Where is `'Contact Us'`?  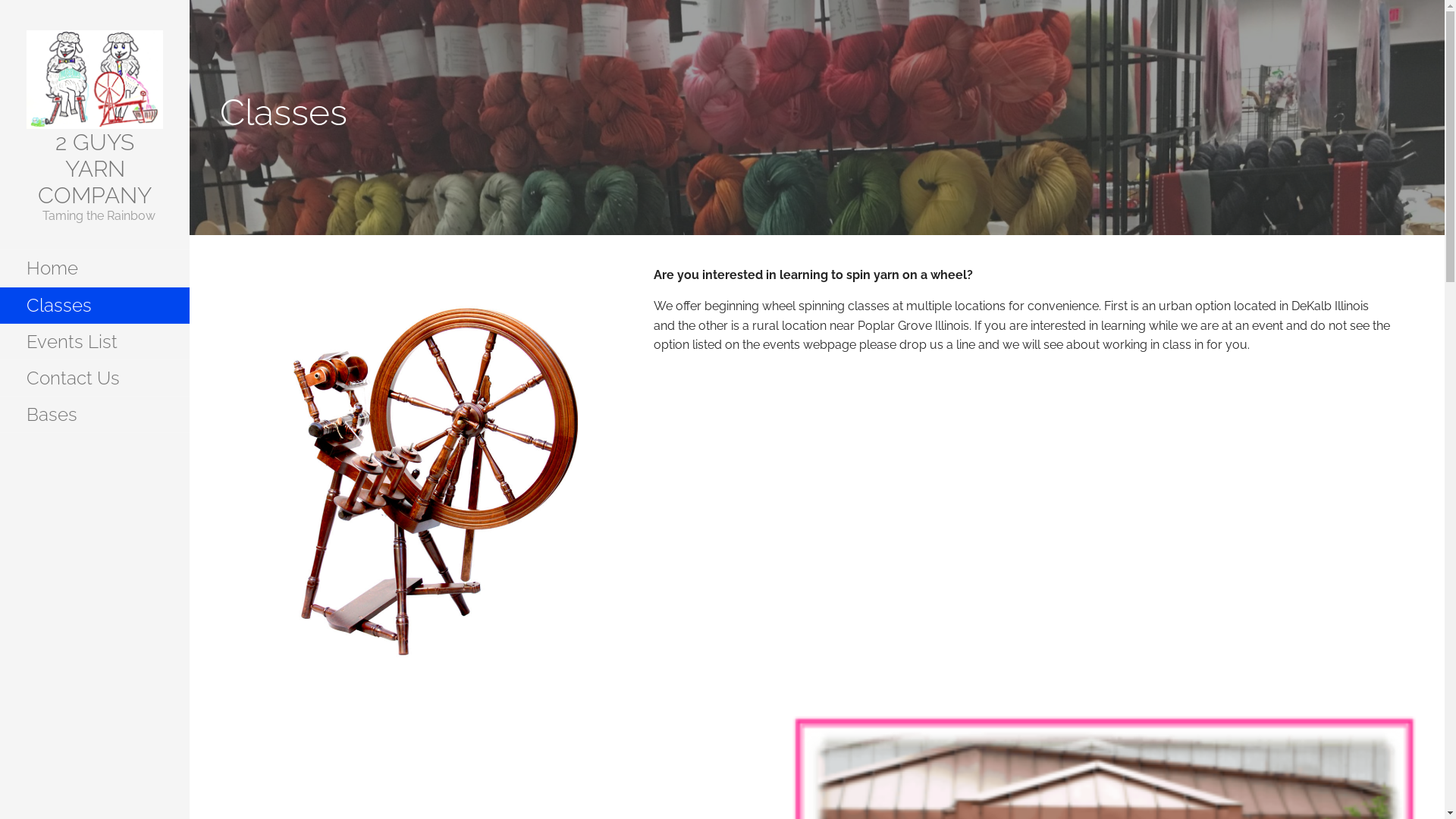 'Contact Us' is located at coordinates (93, 377).